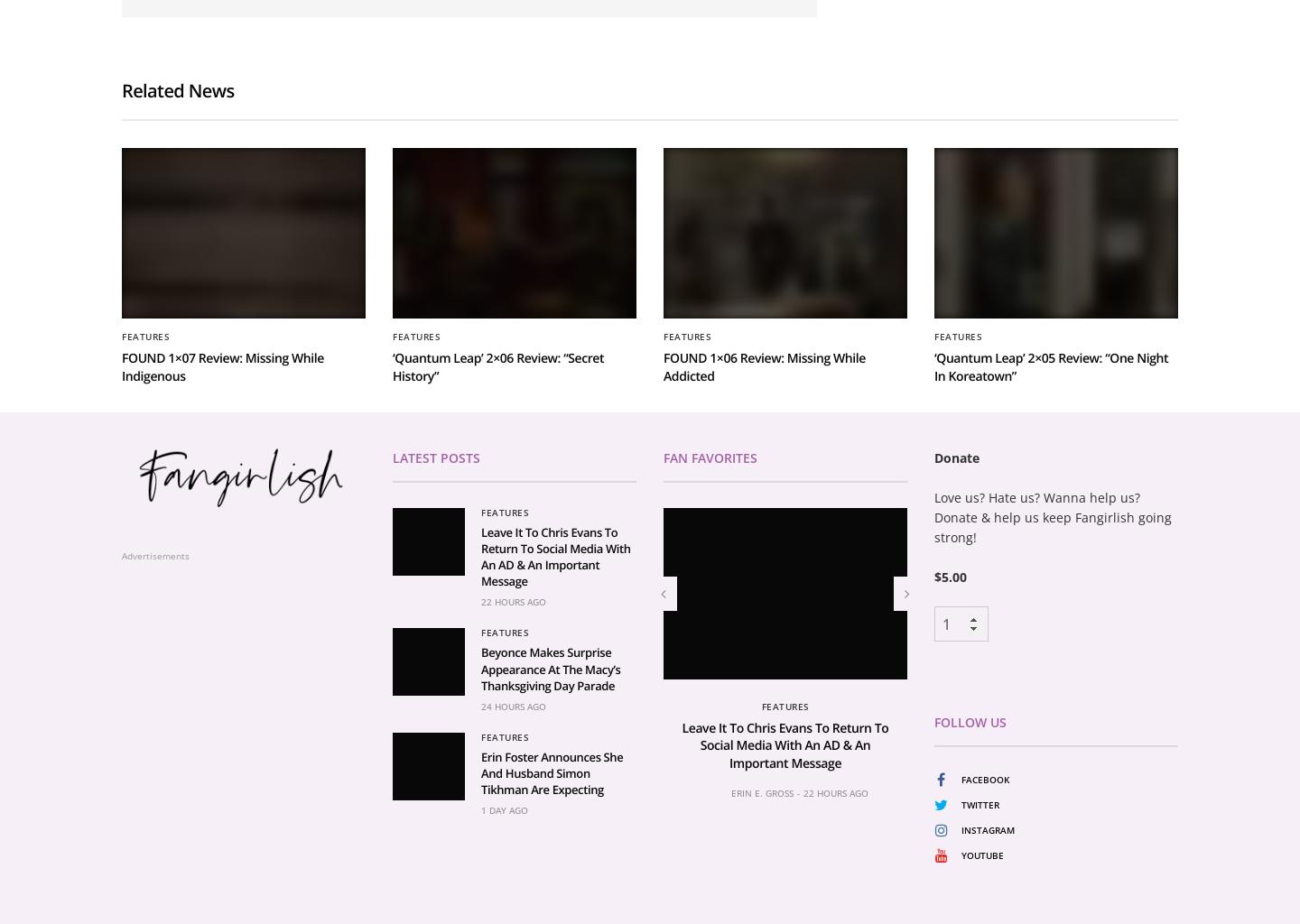 This screenshot has width=1300, height=924. What do you see at coordinates (763, 578) in the screenshot?
I see `'FOUND 1×06 Review: Missing While Addicted'` at bounding box center [763, 578].